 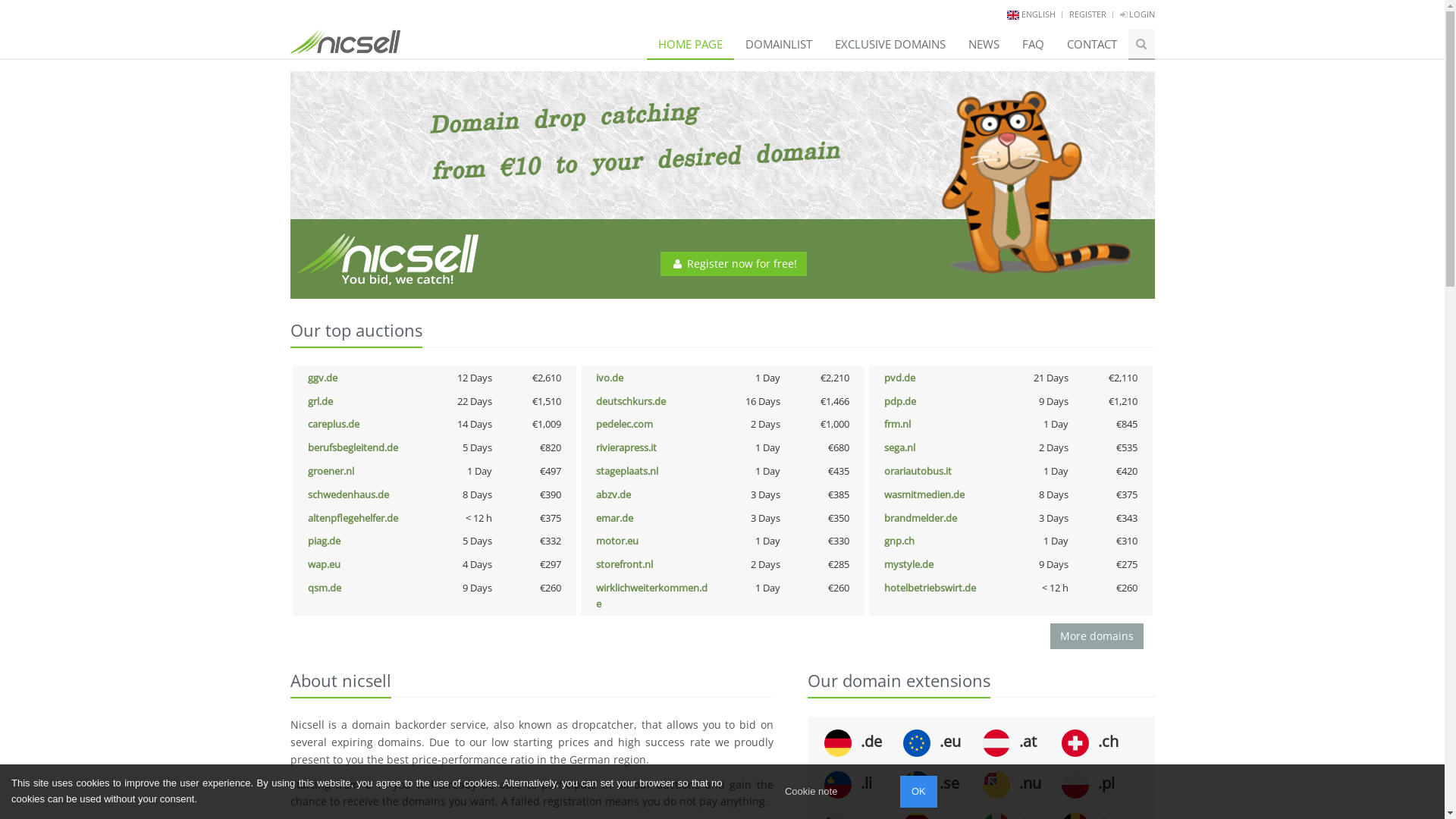 What do you see at coordinates (897, 424) in the screenshot?
I see `'frm.nl'` at bounding box center [897, 424].